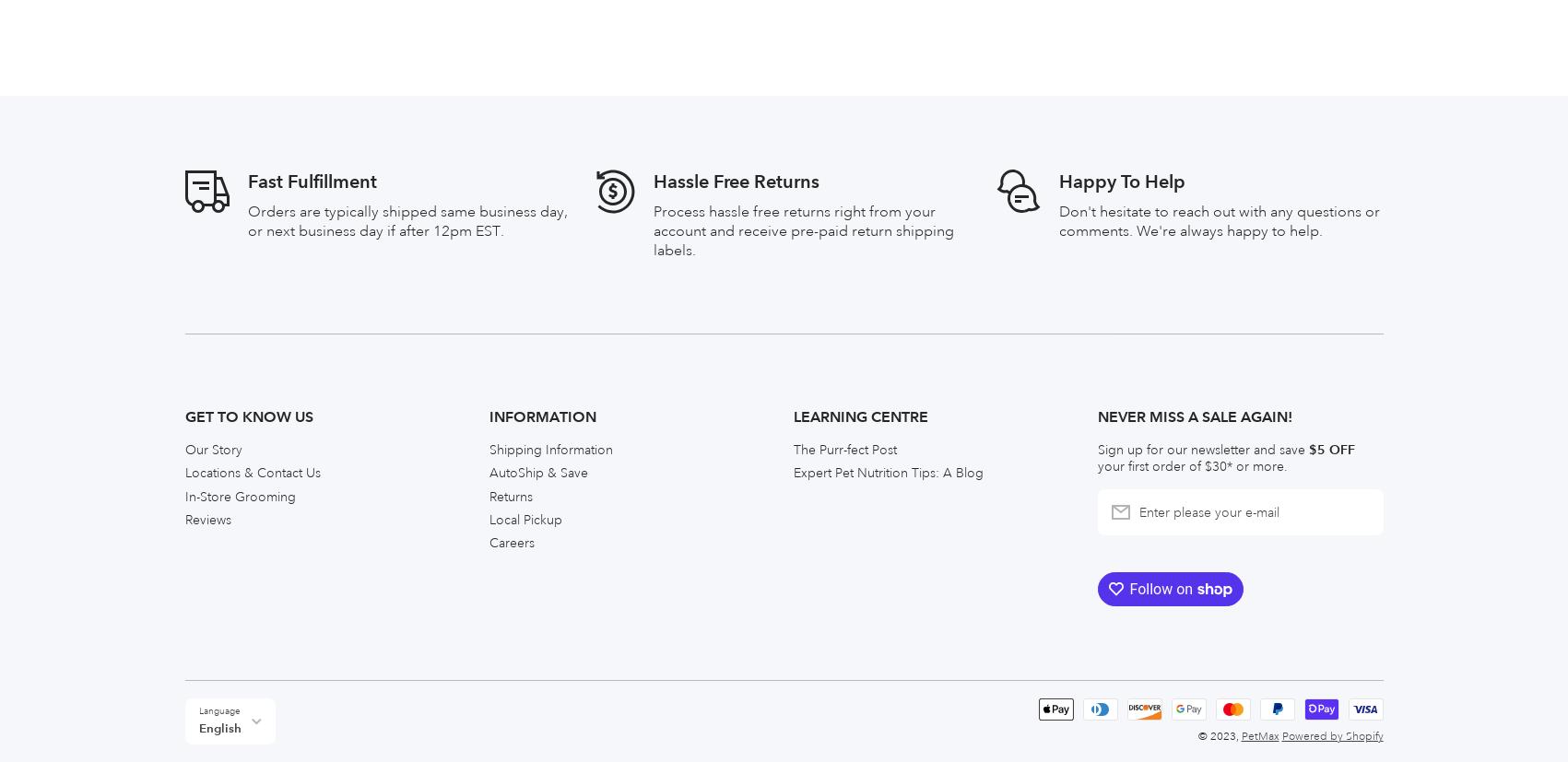  What do you see at coordinates (252, 57) in the screenshot?
I see `'Locations & Contact Us'` at bounding box center [252, 57].